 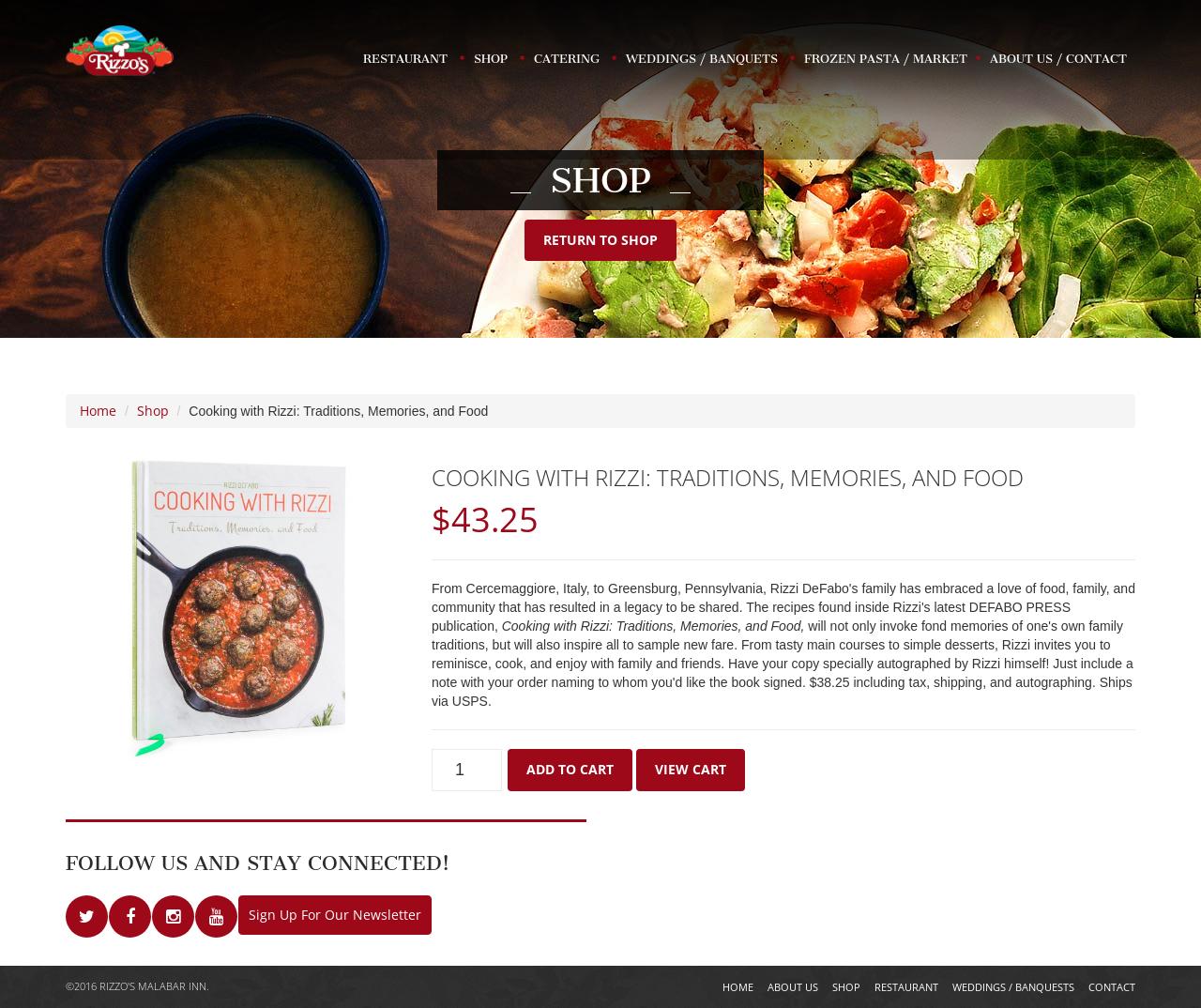 I want to click on 'Frozen Pasta / Market', so click(x=885, y=74).